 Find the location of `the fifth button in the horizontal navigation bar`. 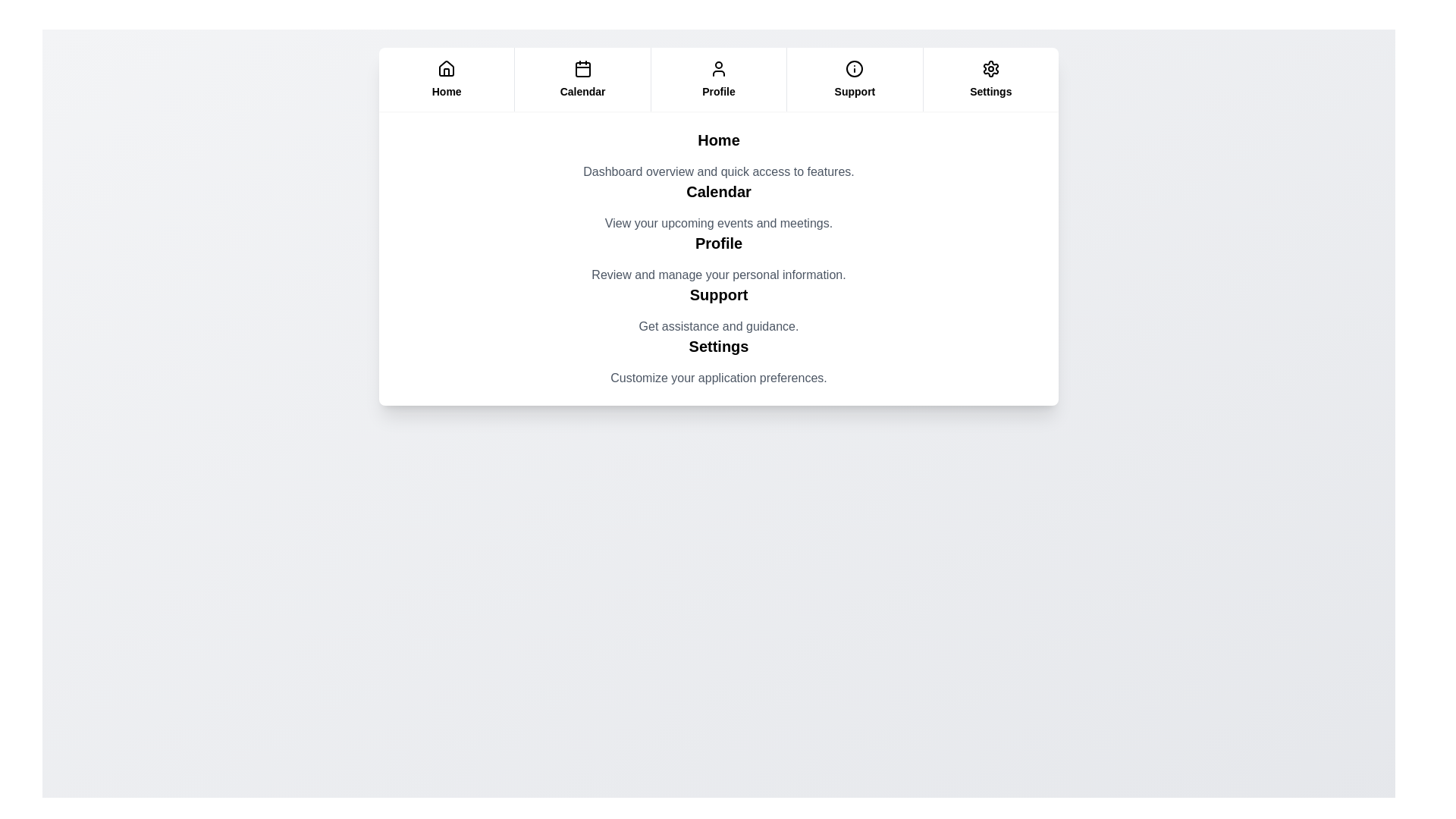

the fifth button in the horizontal navigation bar is located at coordinates (990, 79).